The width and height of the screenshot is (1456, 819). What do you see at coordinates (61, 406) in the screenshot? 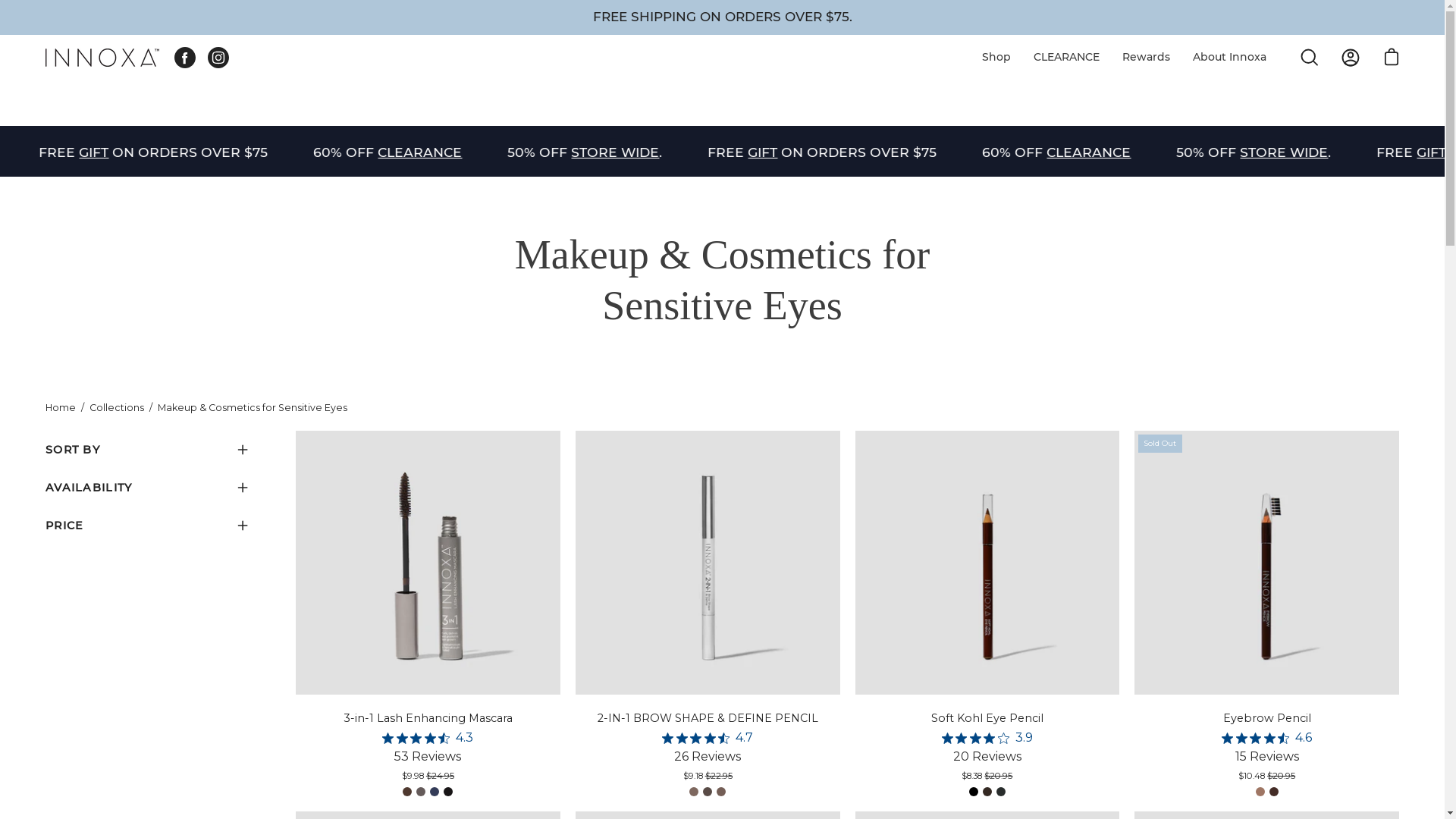
I see `'Home'` at bounding box center [61, 406].